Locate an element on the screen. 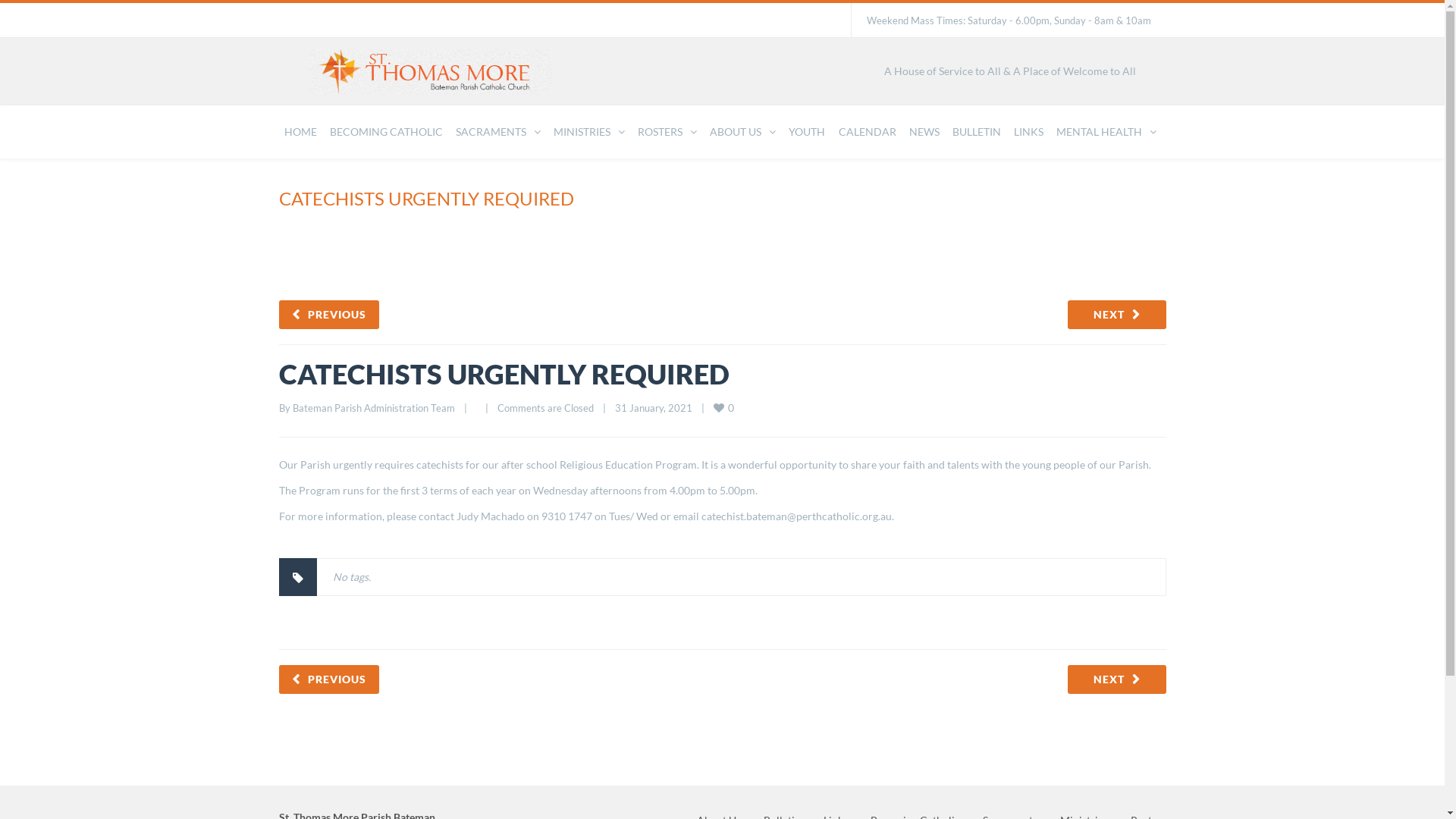 This screenshot has width=1456, height=819. 'YOUTH' is located at coordinates (806, 130).